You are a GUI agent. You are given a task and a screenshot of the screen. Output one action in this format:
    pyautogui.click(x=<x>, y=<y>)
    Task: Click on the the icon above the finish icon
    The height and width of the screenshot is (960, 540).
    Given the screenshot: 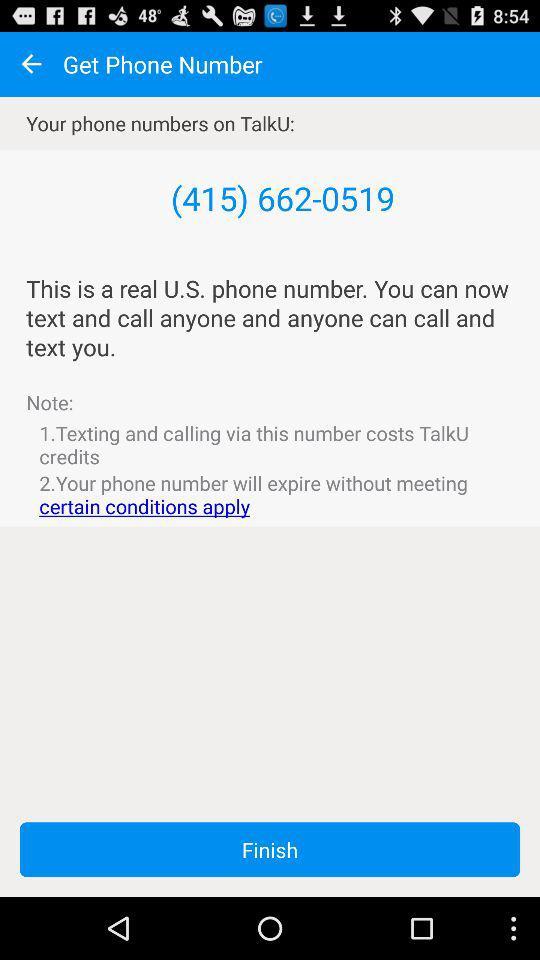 What is the action you would take?
    pyautogui.click(x=270, y=493)
    